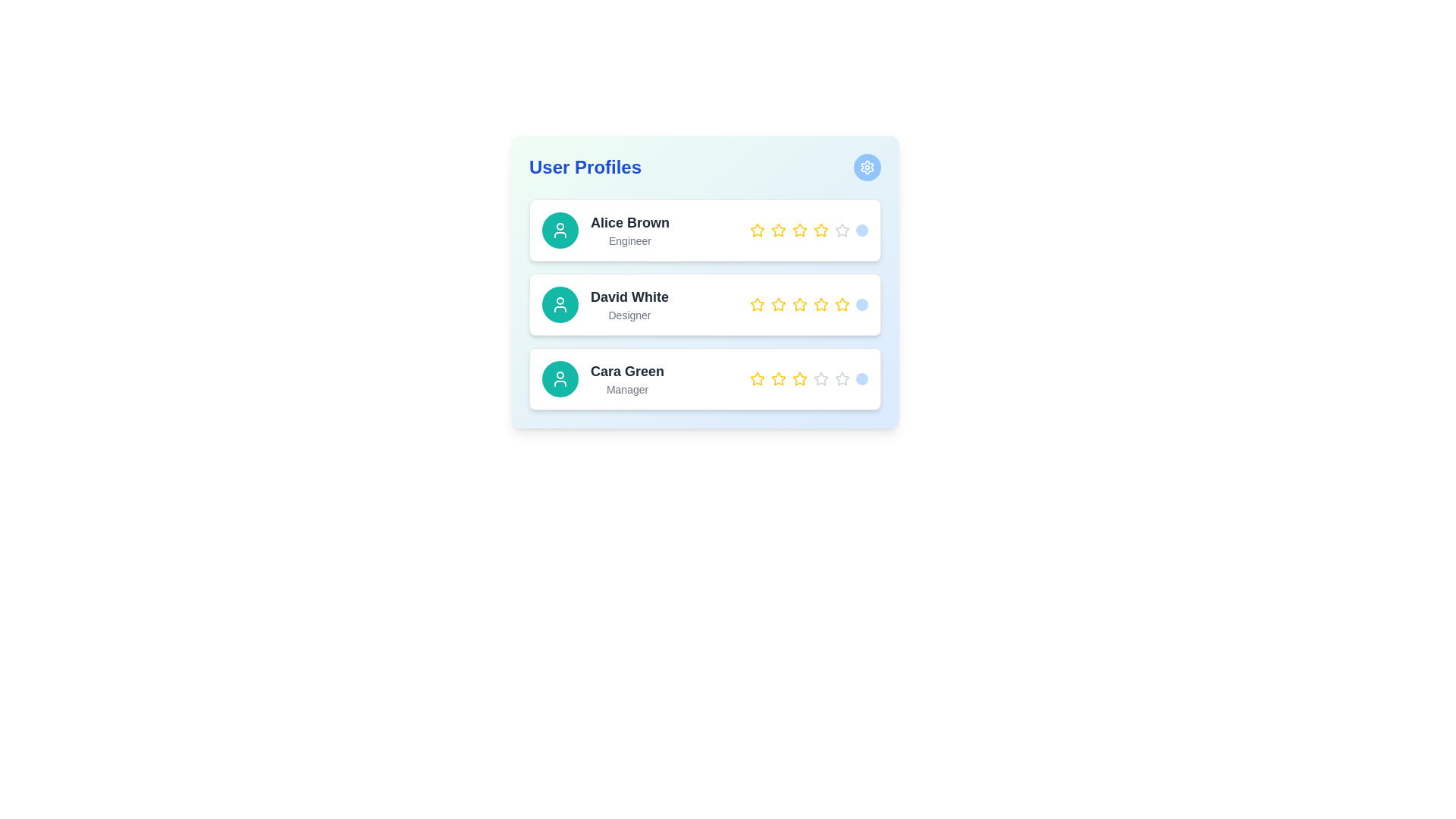  Describe the element at coordinates (627, 388) in the screenshot. I see `the text label displaying 'Manager', which is styled with a small font size and light gray color, located directly beneath the text 'Cara Green' within the profile card of Cara Green` at that location.